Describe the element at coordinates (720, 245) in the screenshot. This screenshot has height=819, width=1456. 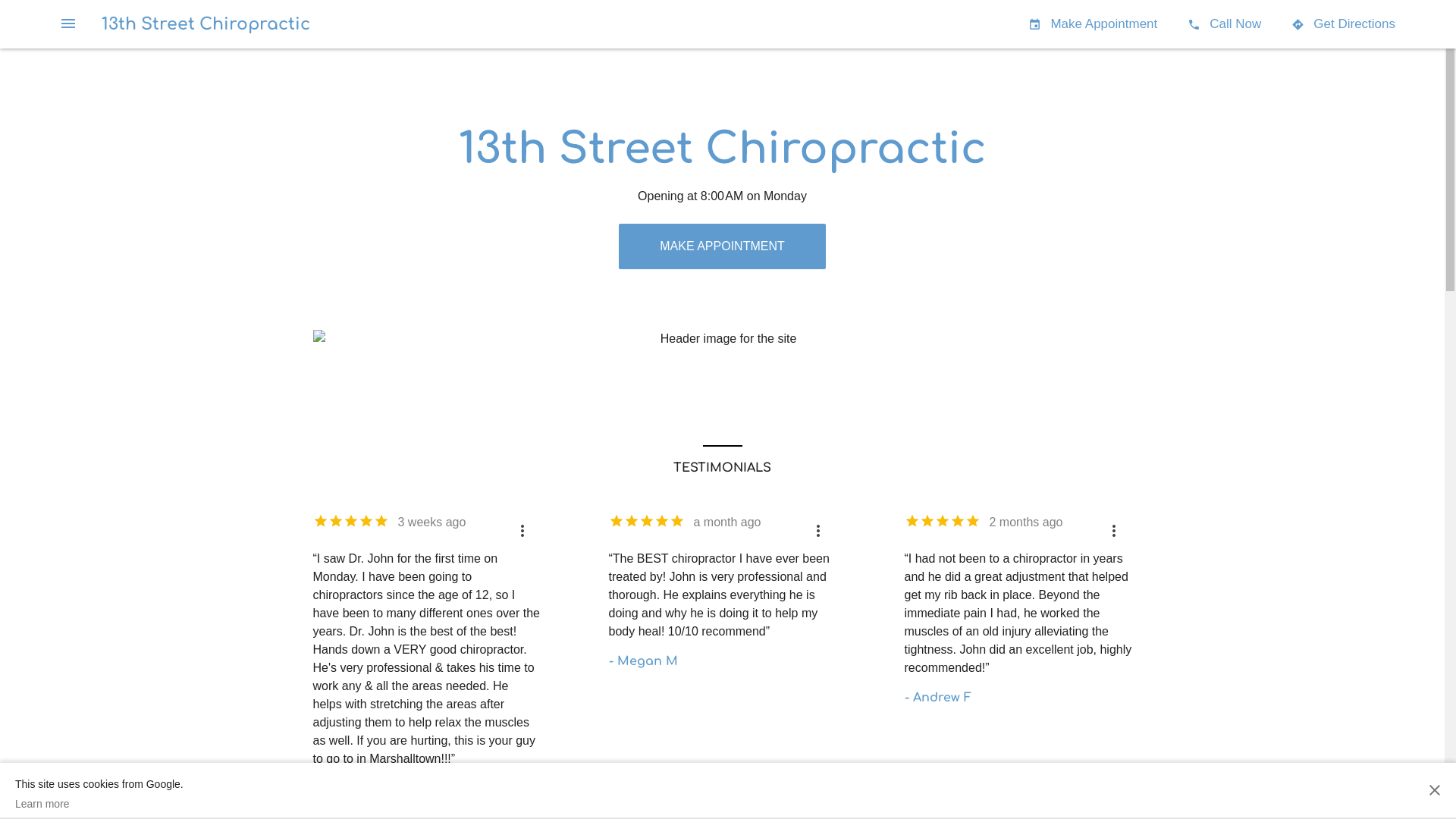
I see `'MAKE APPOINTMENT'` at that location.